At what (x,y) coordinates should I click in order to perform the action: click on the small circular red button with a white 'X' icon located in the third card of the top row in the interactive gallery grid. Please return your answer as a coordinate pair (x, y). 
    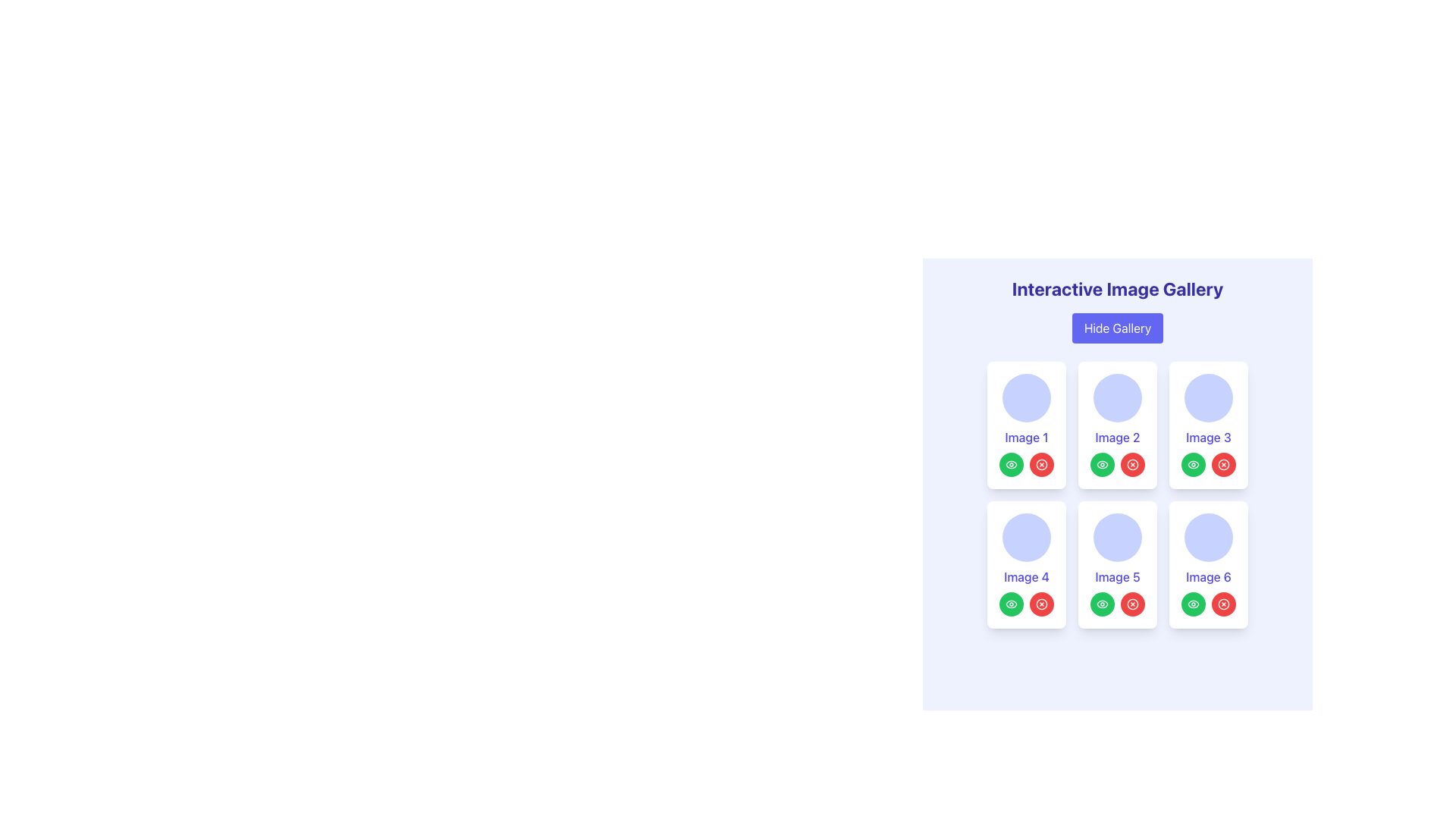
    Looking at the image, I should click on (1223, 464).